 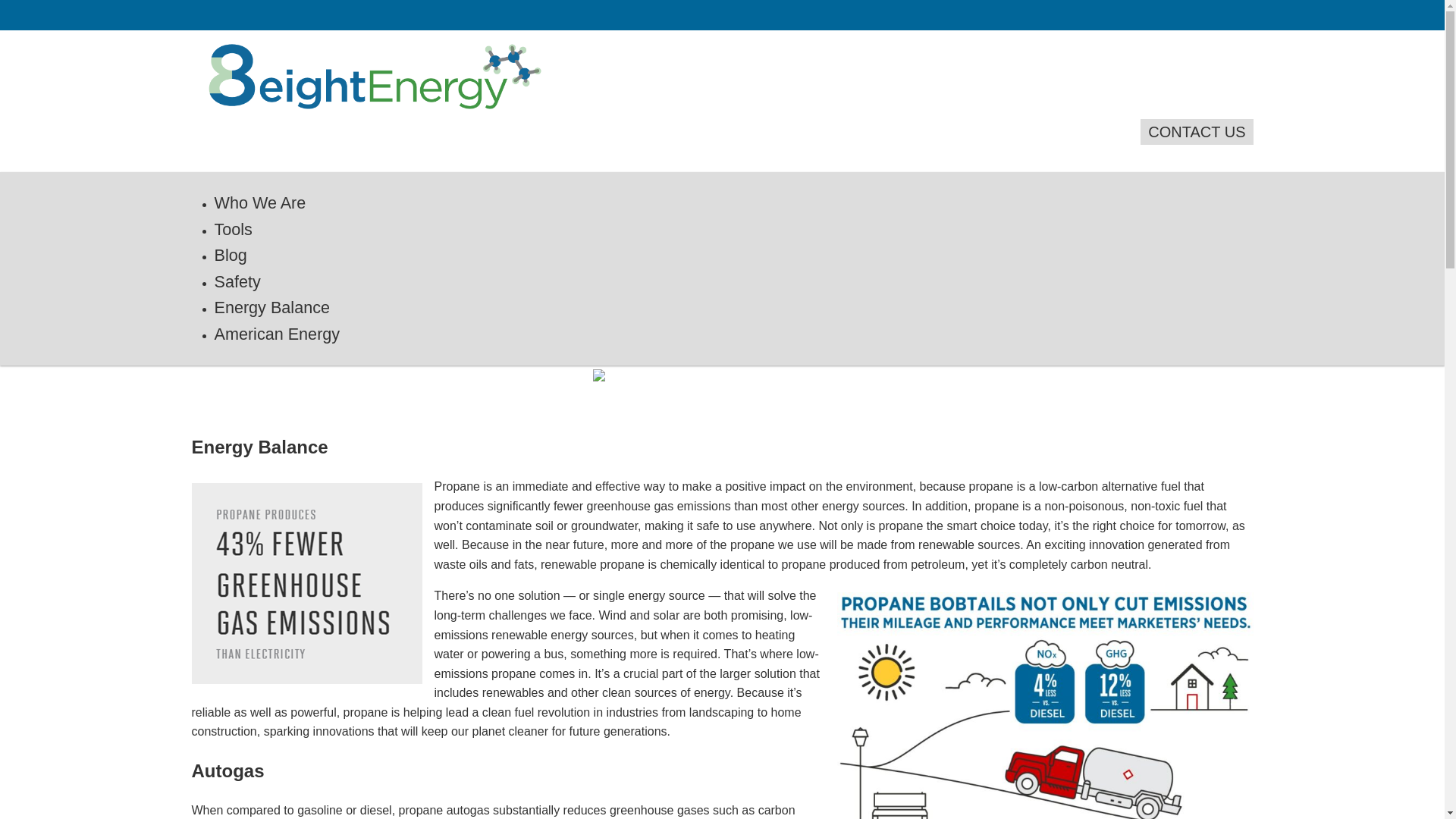 I want to click on 'American Energy', so click(x=276, y=333).